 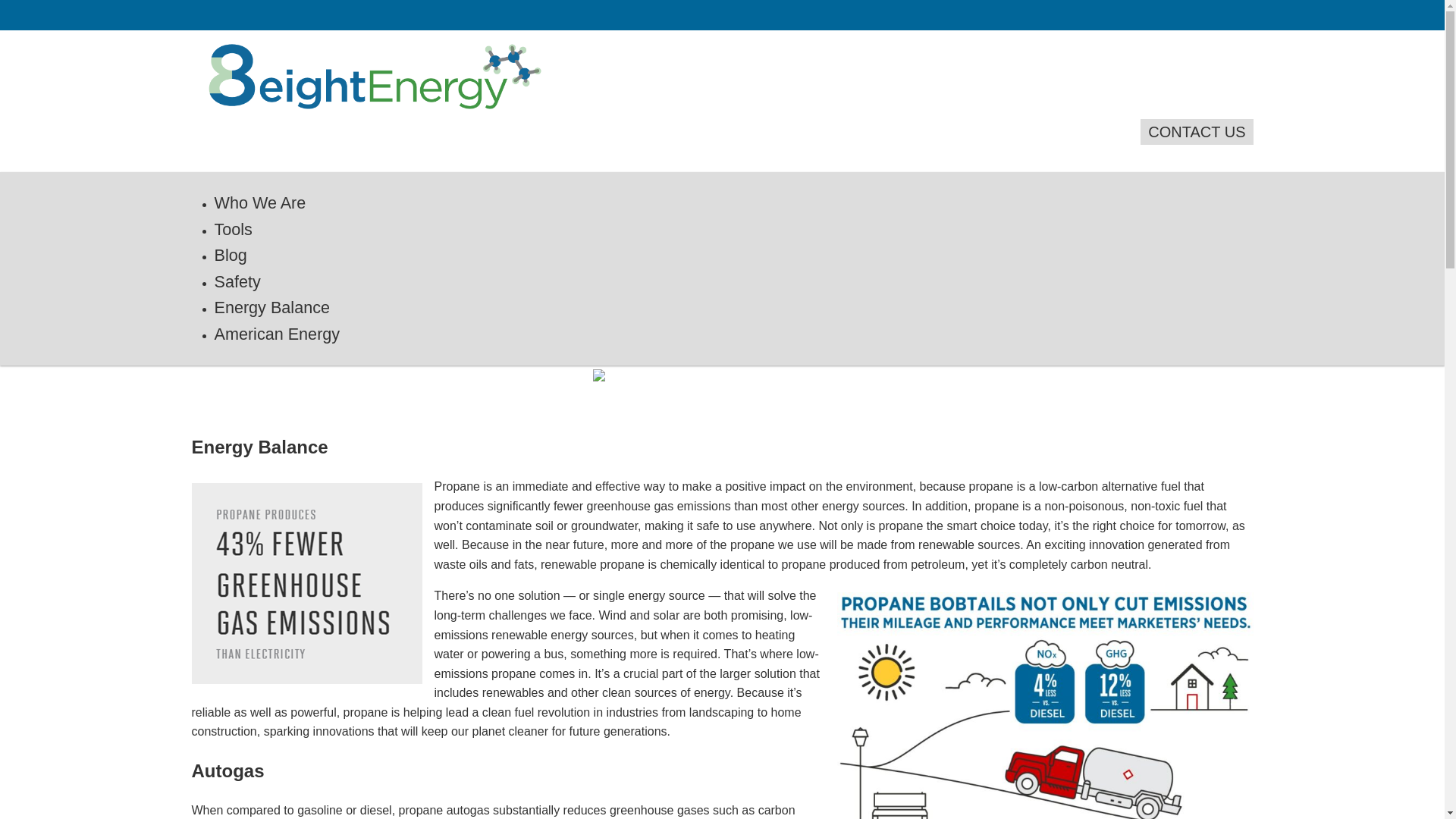 I want to click on 'American Energy', so click(x=276, y=333).